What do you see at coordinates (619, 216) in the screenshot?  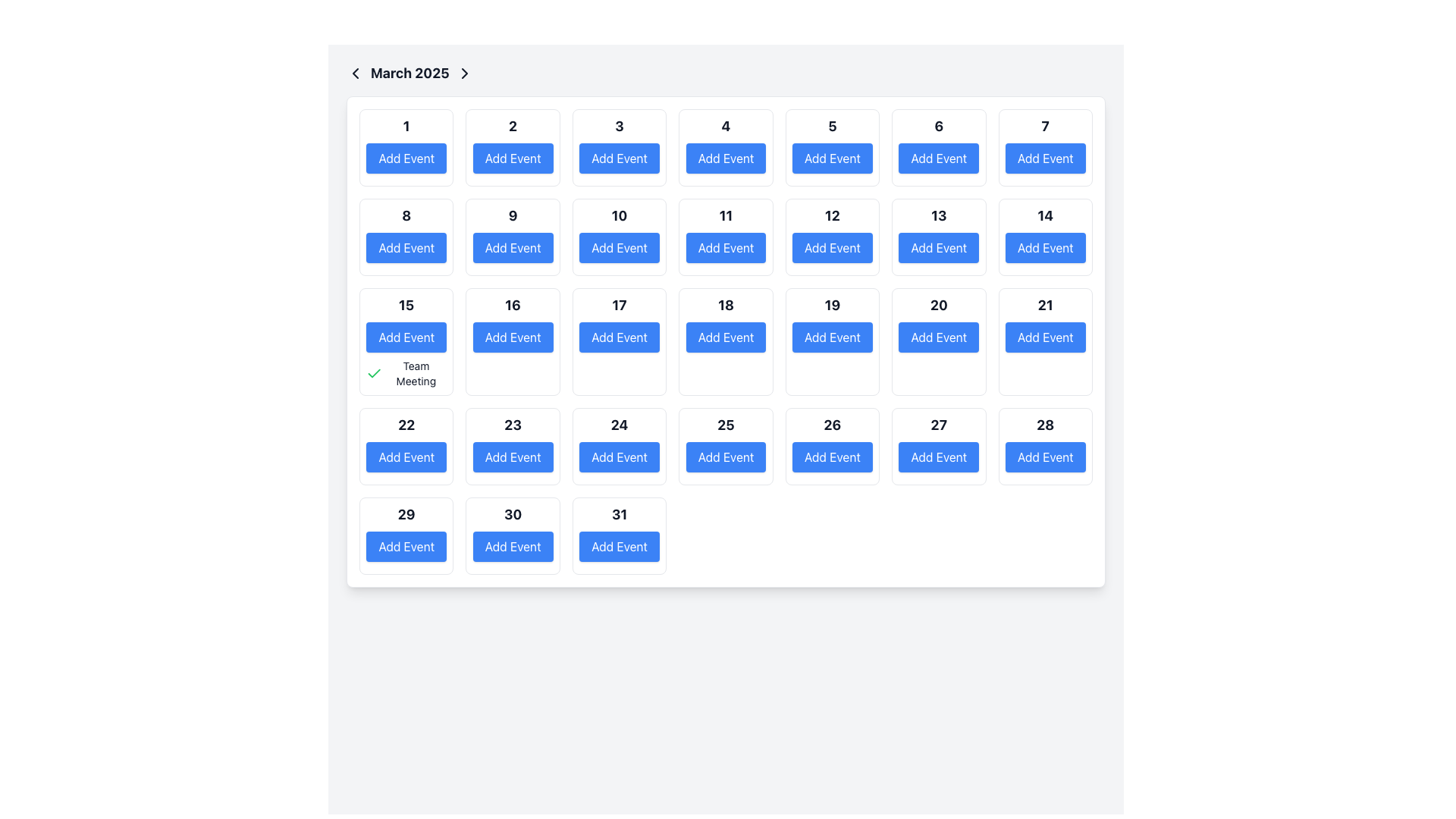 I see `the Text Display element showing the bold, large-sized text '10', which is located in the calendar grid structure, above the 'Add Event' button` at bounding box center [619, 216].